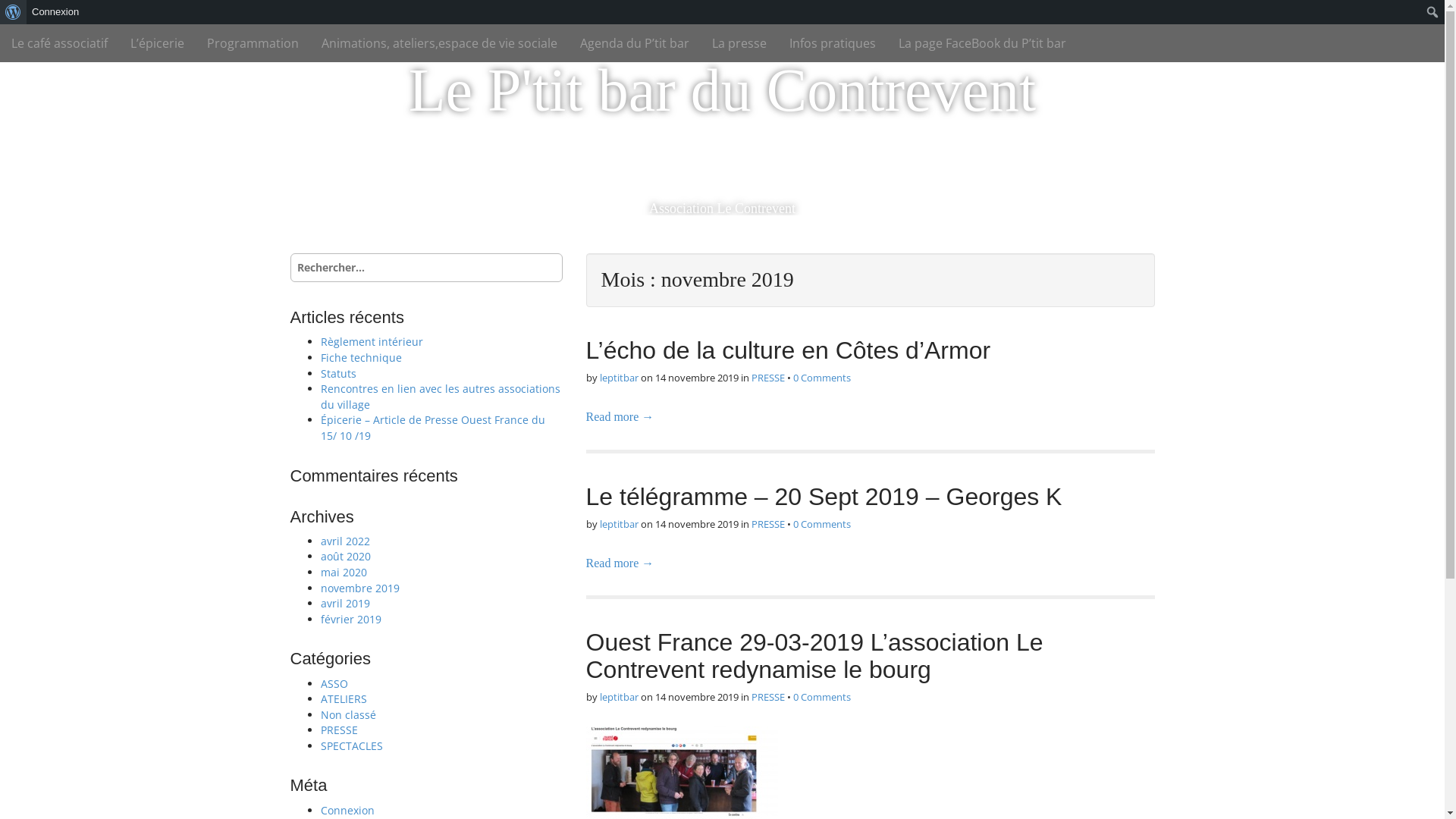 The height and width of the screenshot is (819, 1456). What do you see at coordinates (655, 376) in the screenshot?
I see `'14 novembre 2019'` at bounding box center [655, 376].